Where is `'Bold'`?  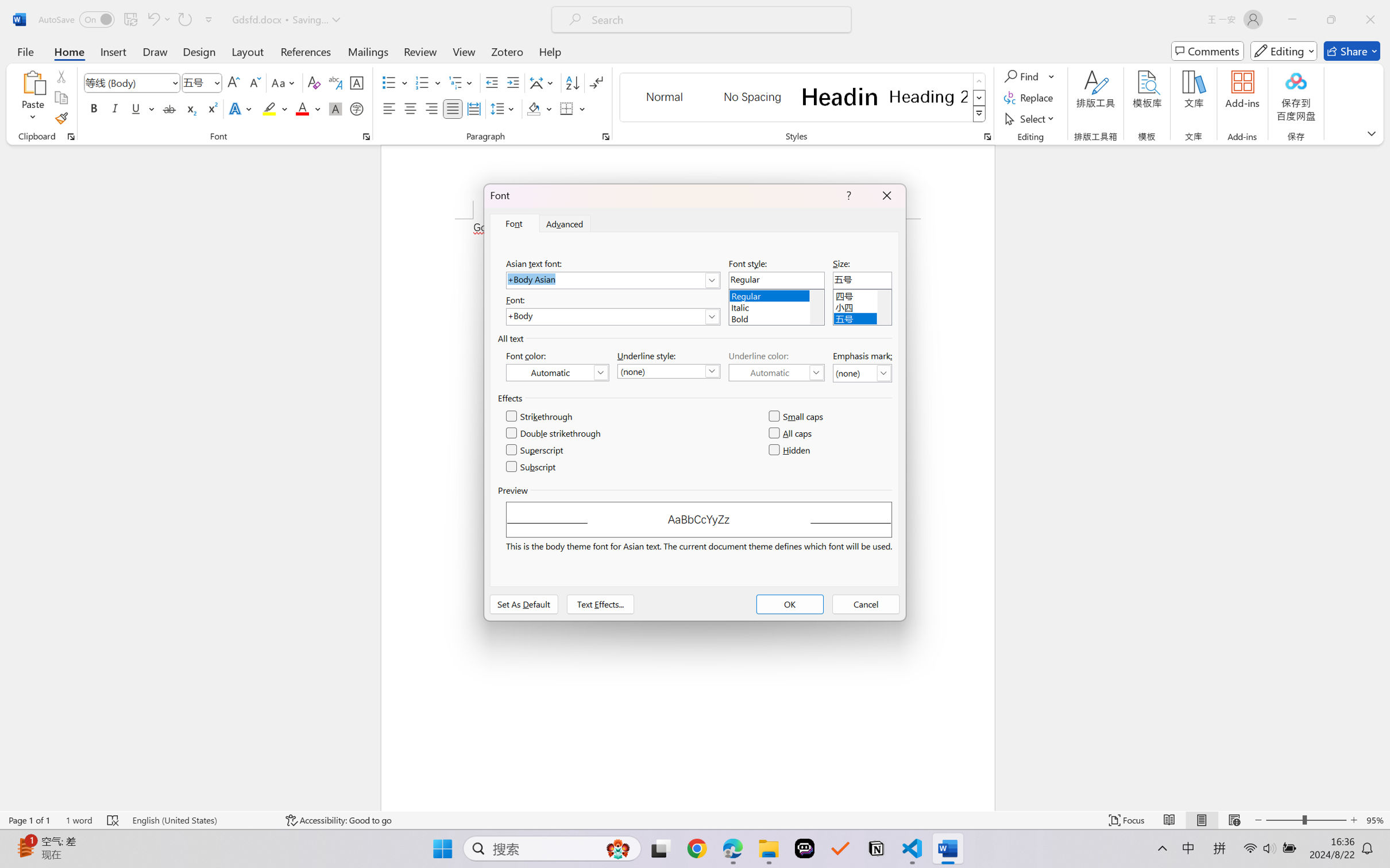
'Bold' is located at coordinates (775, 317).